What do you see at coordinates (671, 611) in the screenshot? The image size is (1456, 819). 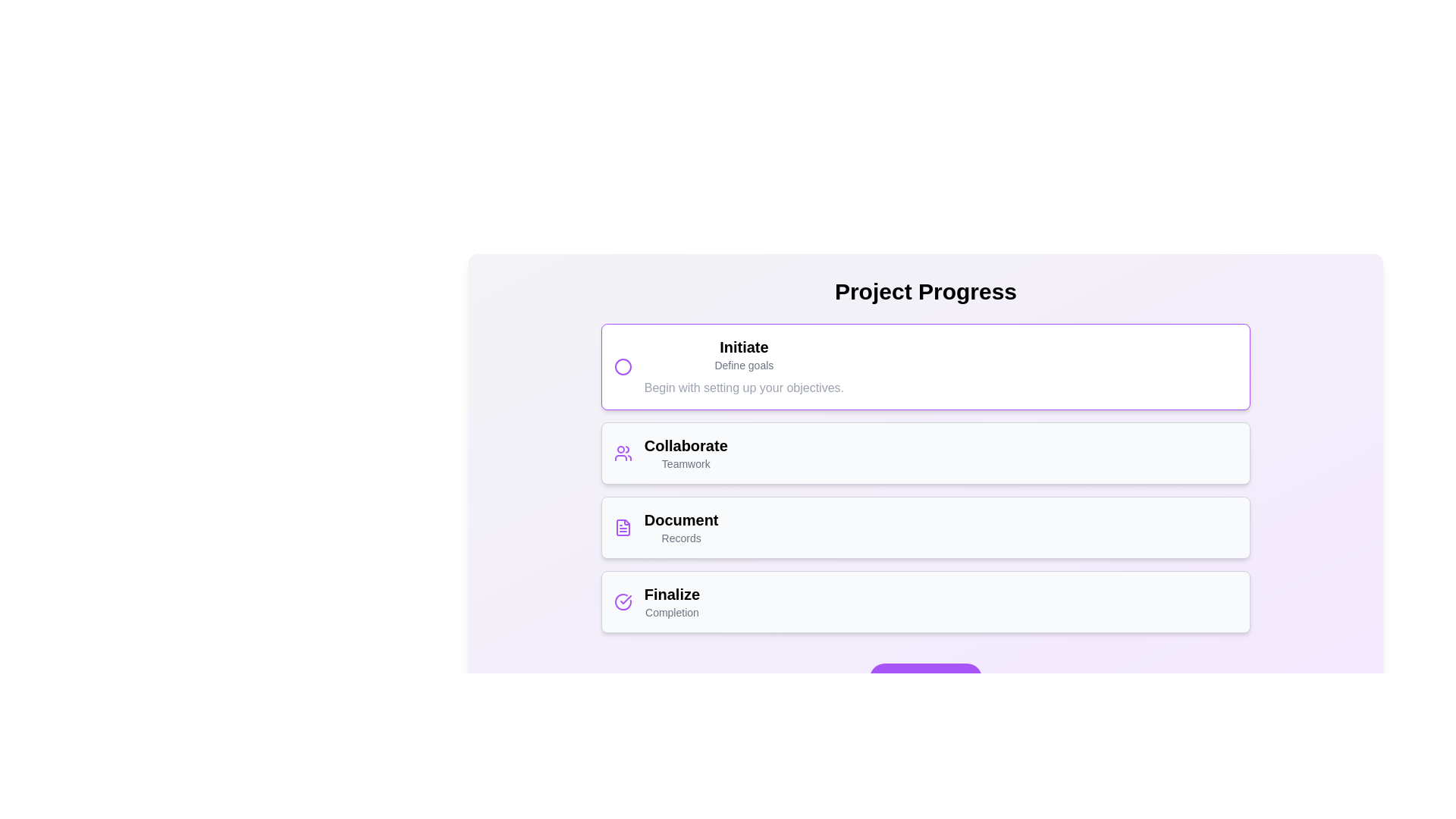 I see `the text label displaying 'Completion', which is located directly beneath the bold title 'Finalize' in the card section of the UI` at bounding box center [671, 611].